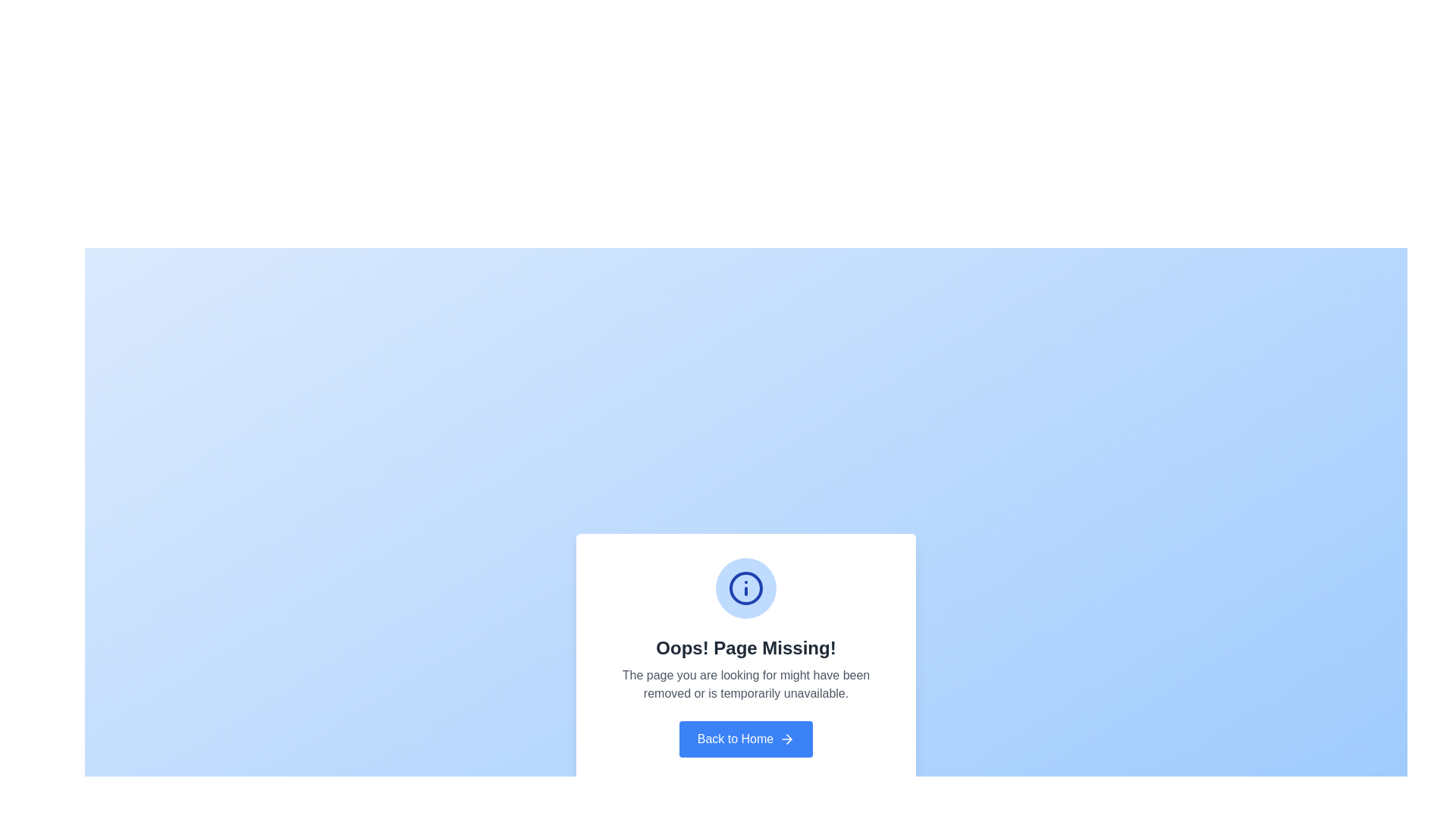  I want to click on the informational SVG icon located in the center of the blue circular icon at the top of the panel, which is above the message text and button, so click(745, 587).